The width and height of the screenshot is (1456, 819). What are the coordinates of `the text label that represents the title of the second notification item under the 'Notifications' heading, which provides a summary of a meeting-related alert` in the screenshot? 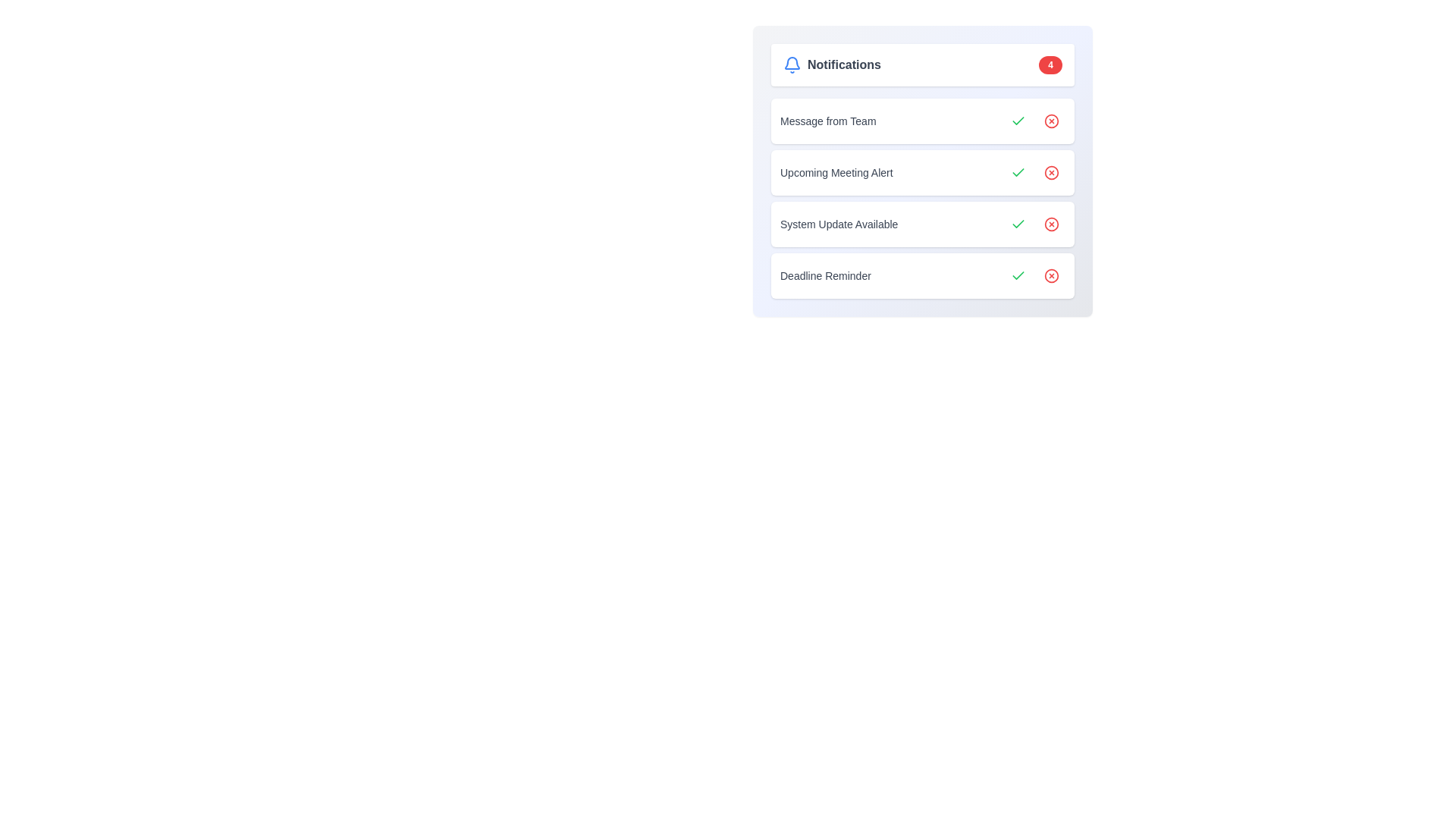 It's located at (836, 171).